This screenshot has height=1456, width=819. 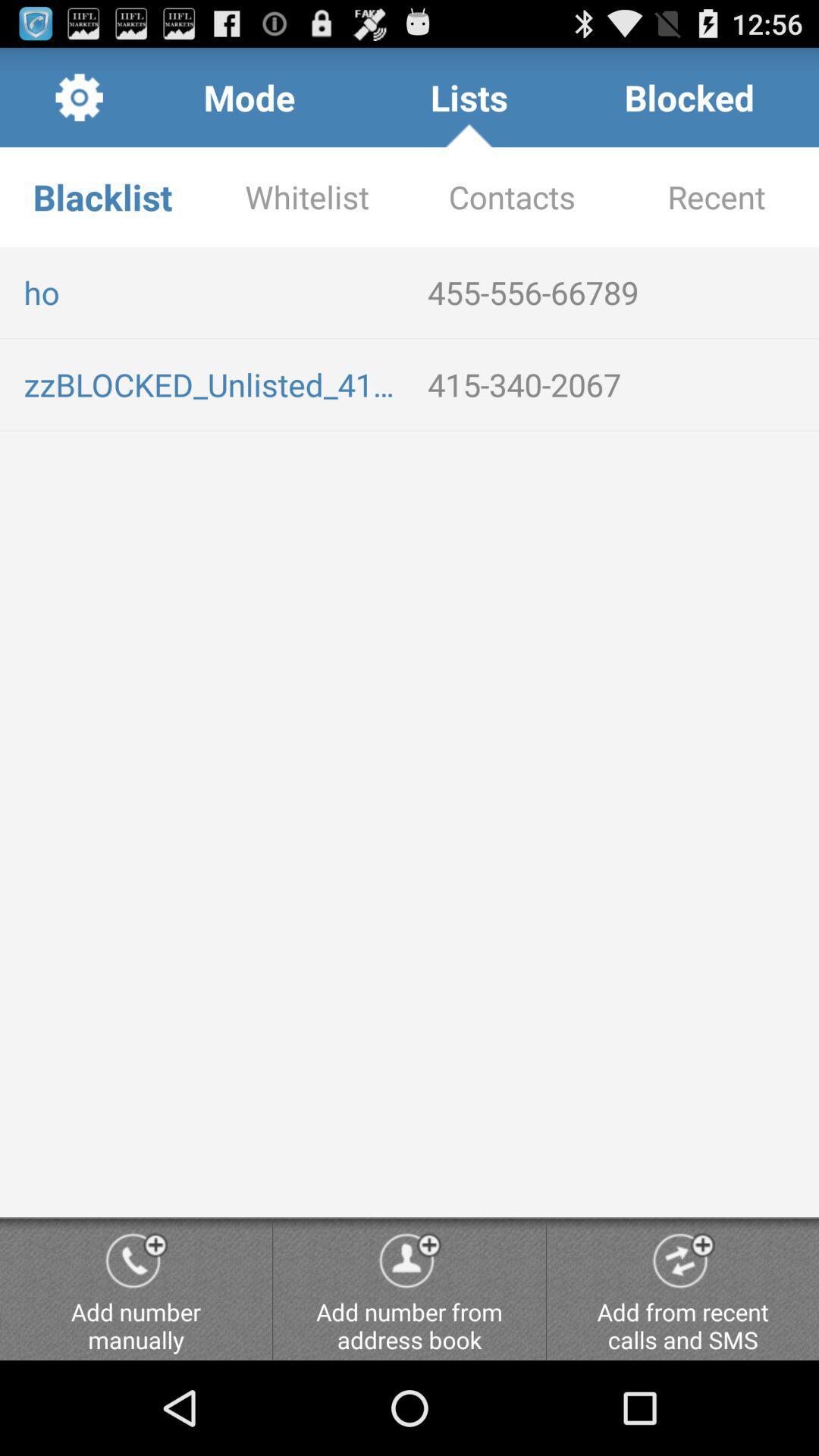 I want to click on app to the left of the contacts item, so click(x=307, y=196).